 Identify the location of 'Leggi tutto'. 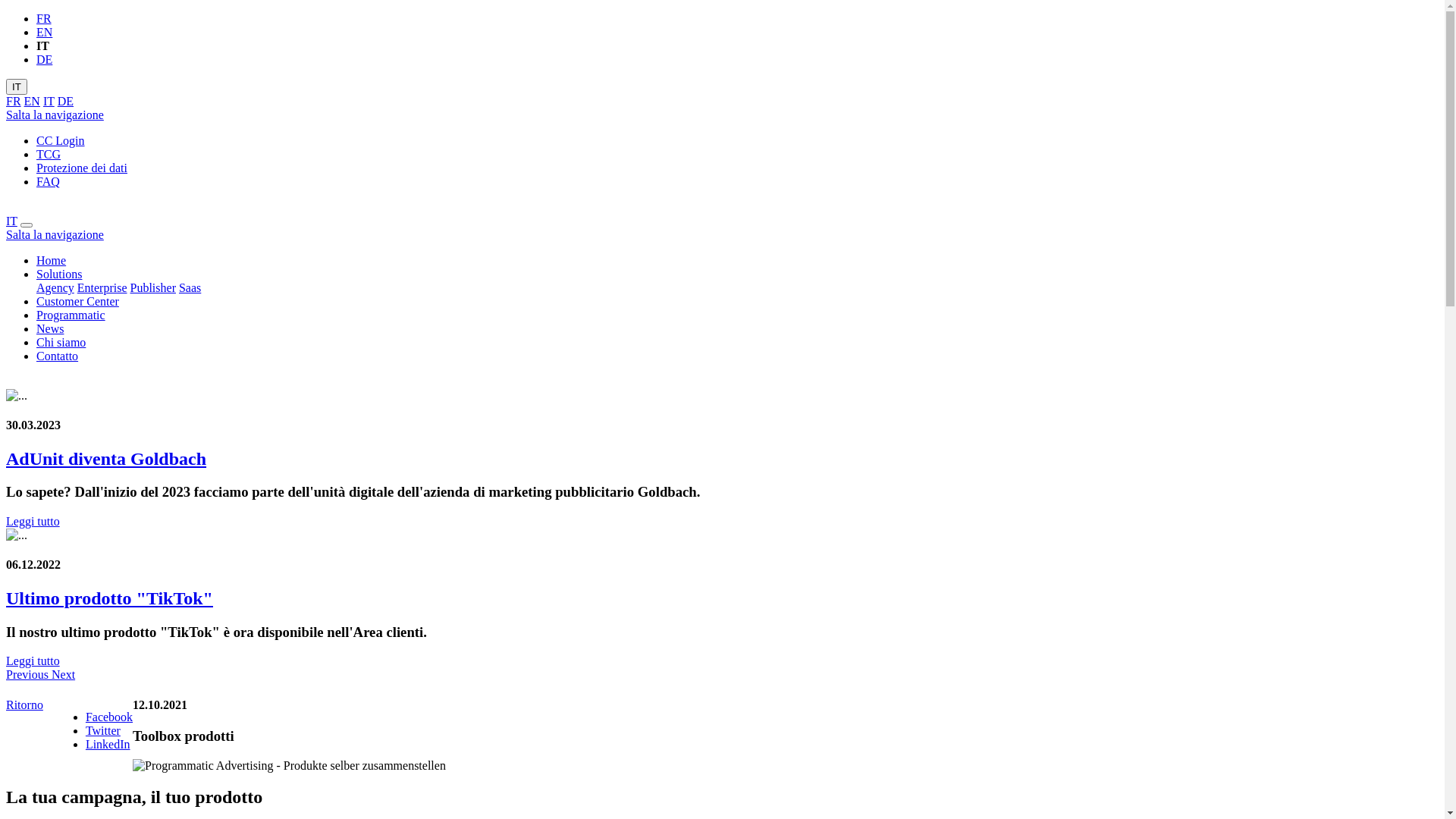
(33, 660).